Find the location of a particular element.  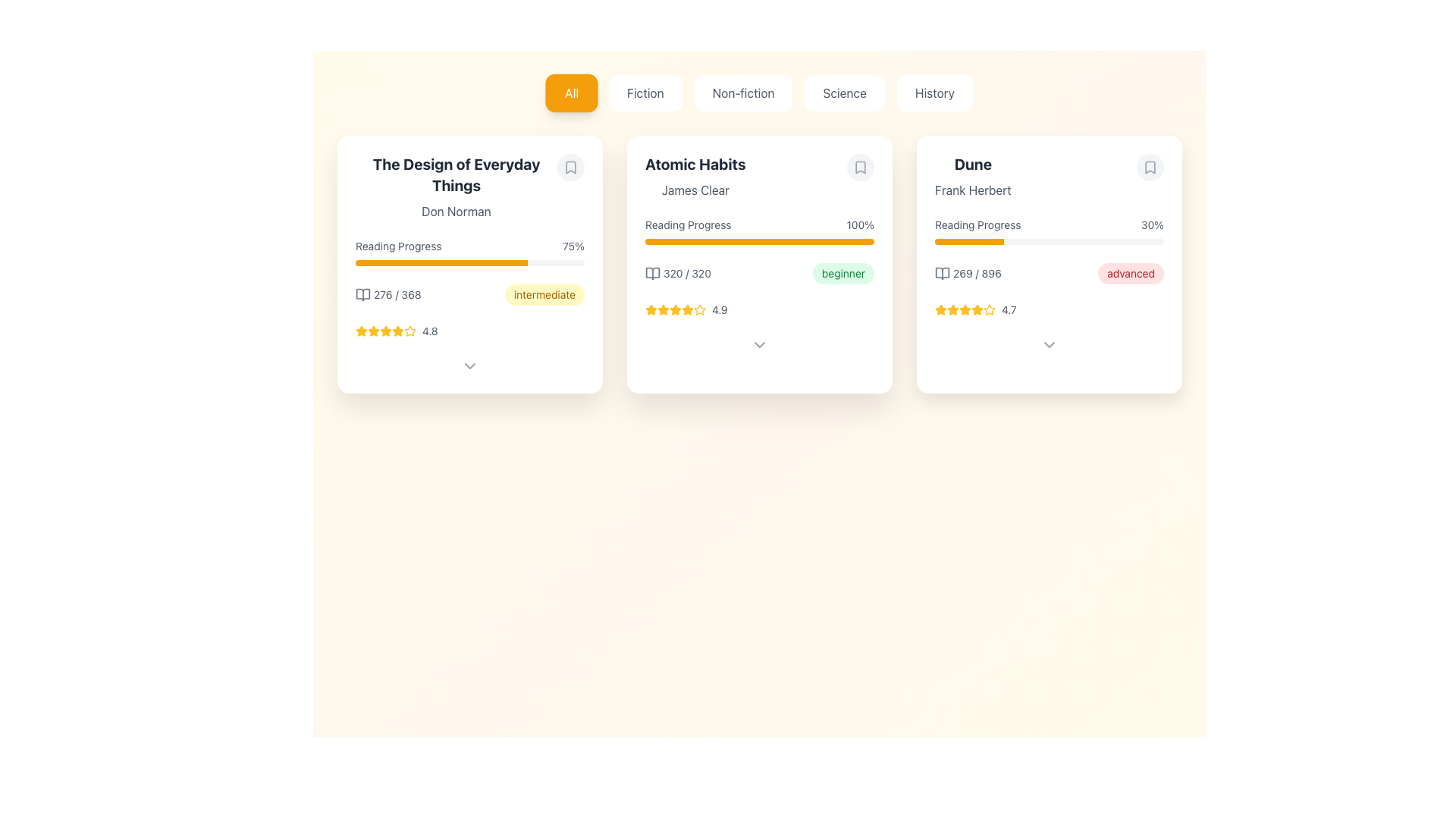

the 'Non-fiction' tab, the third tab in a group of five at the top of the interface is located at coordinates (760, 93).